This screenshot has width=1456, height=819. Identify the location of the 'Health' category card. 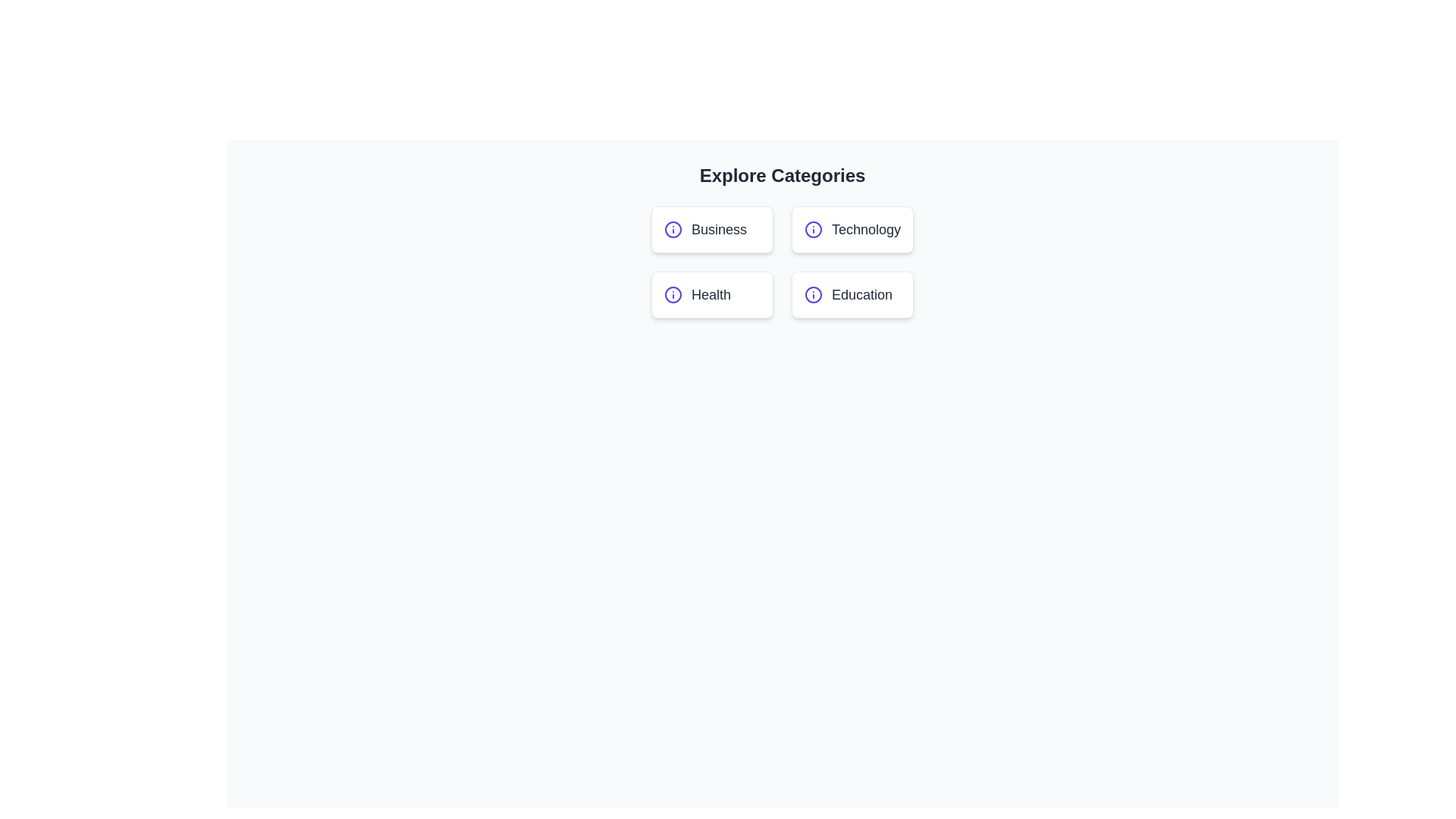
(711, 295).